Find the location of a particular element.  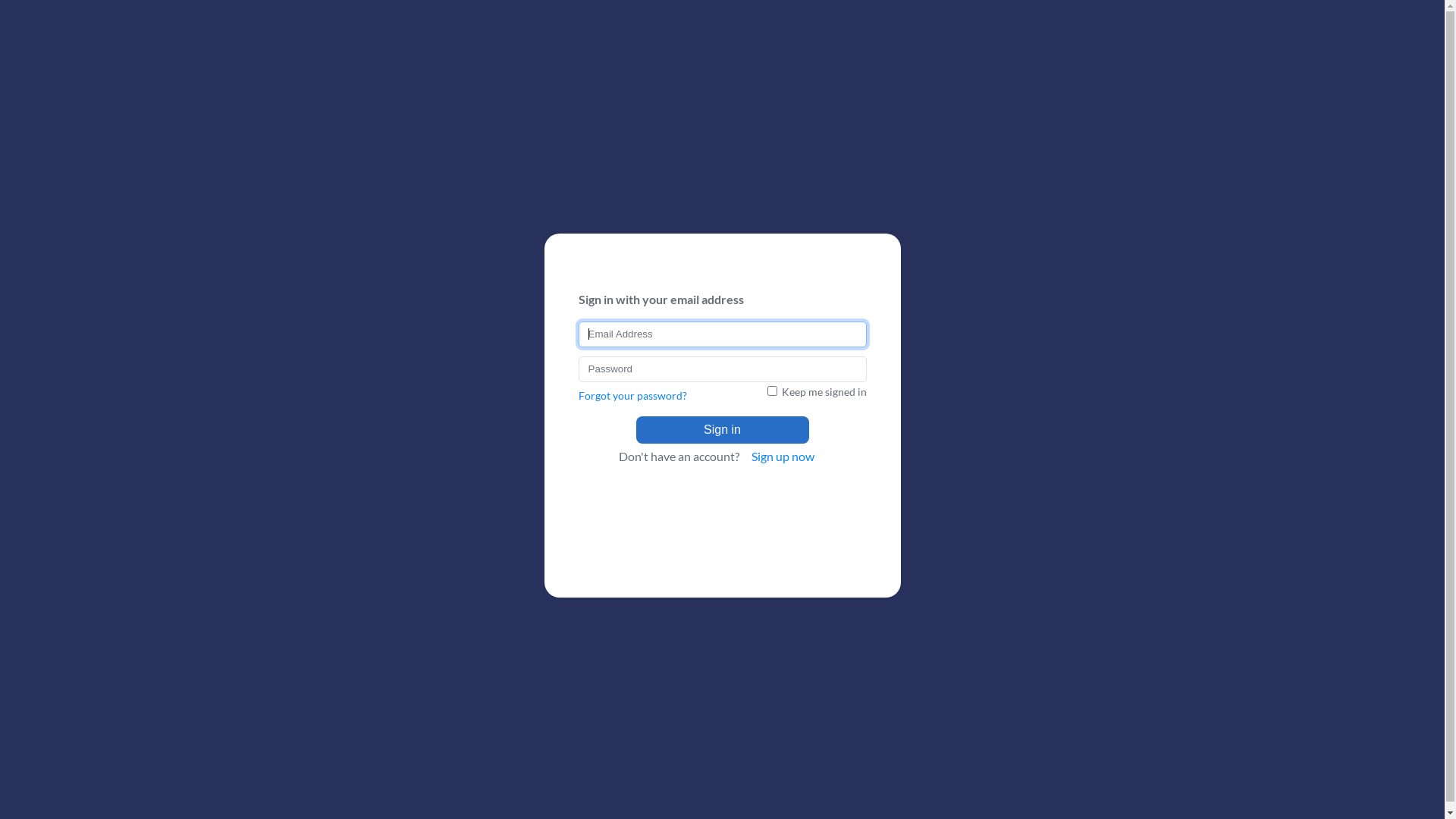

'Sign in' is located at coordinates (720, 429).